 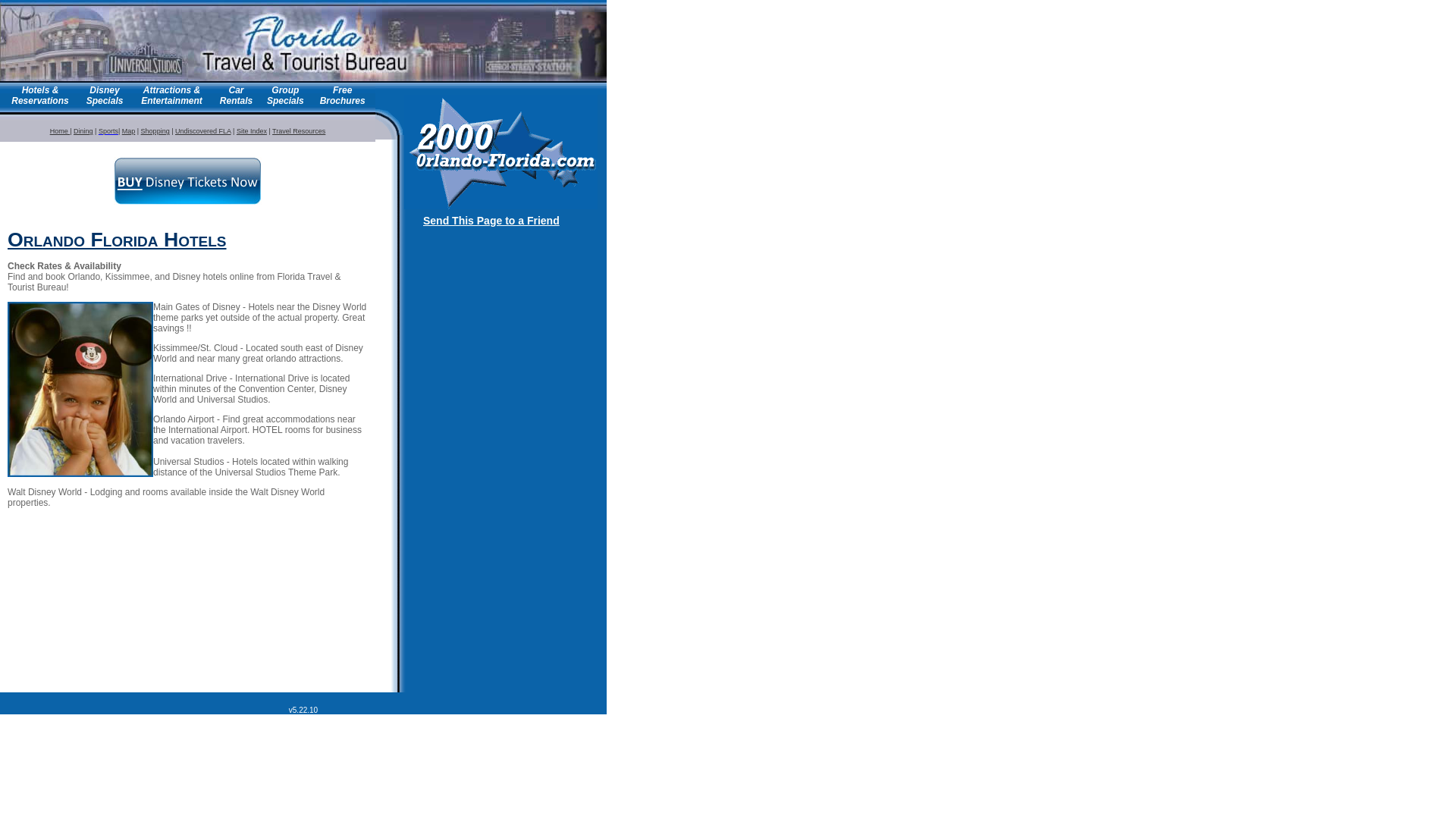 I want to click on 'Home', so click(x=50, y=130).